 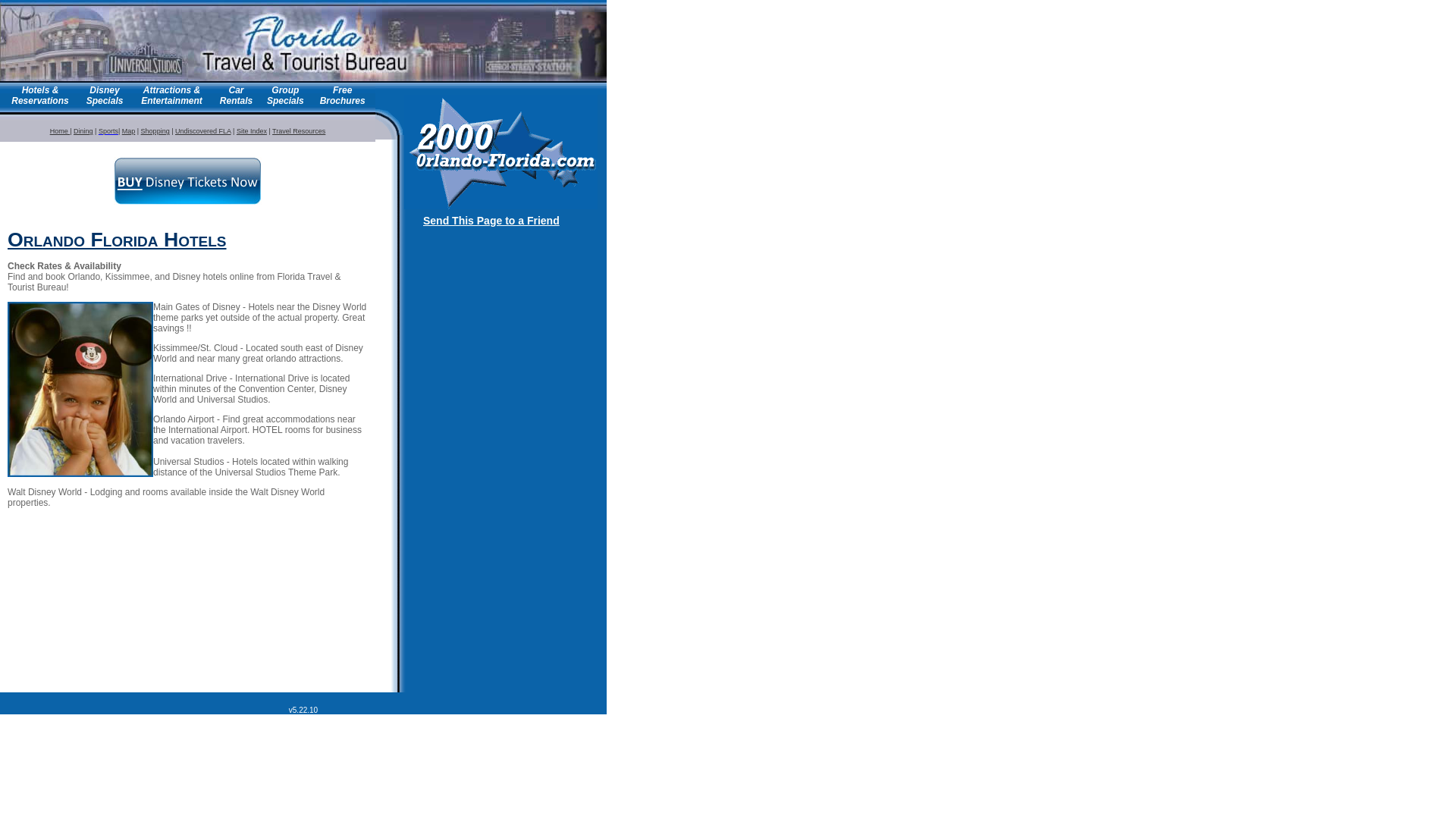 I want to click on 'Home', so click(x=50, y=130).